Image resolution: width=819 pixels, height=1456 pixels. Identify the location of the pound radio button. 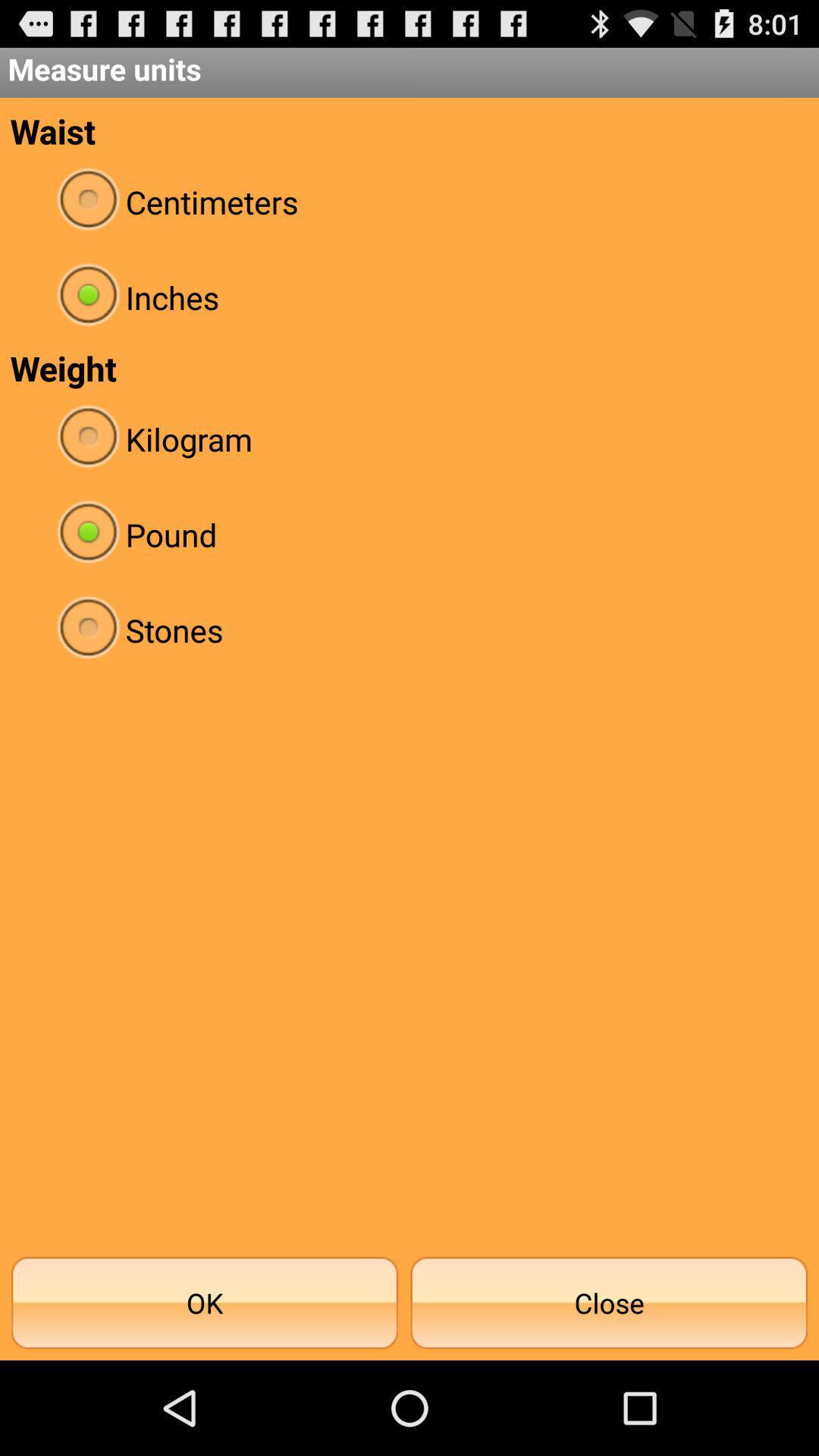
(409, 535).